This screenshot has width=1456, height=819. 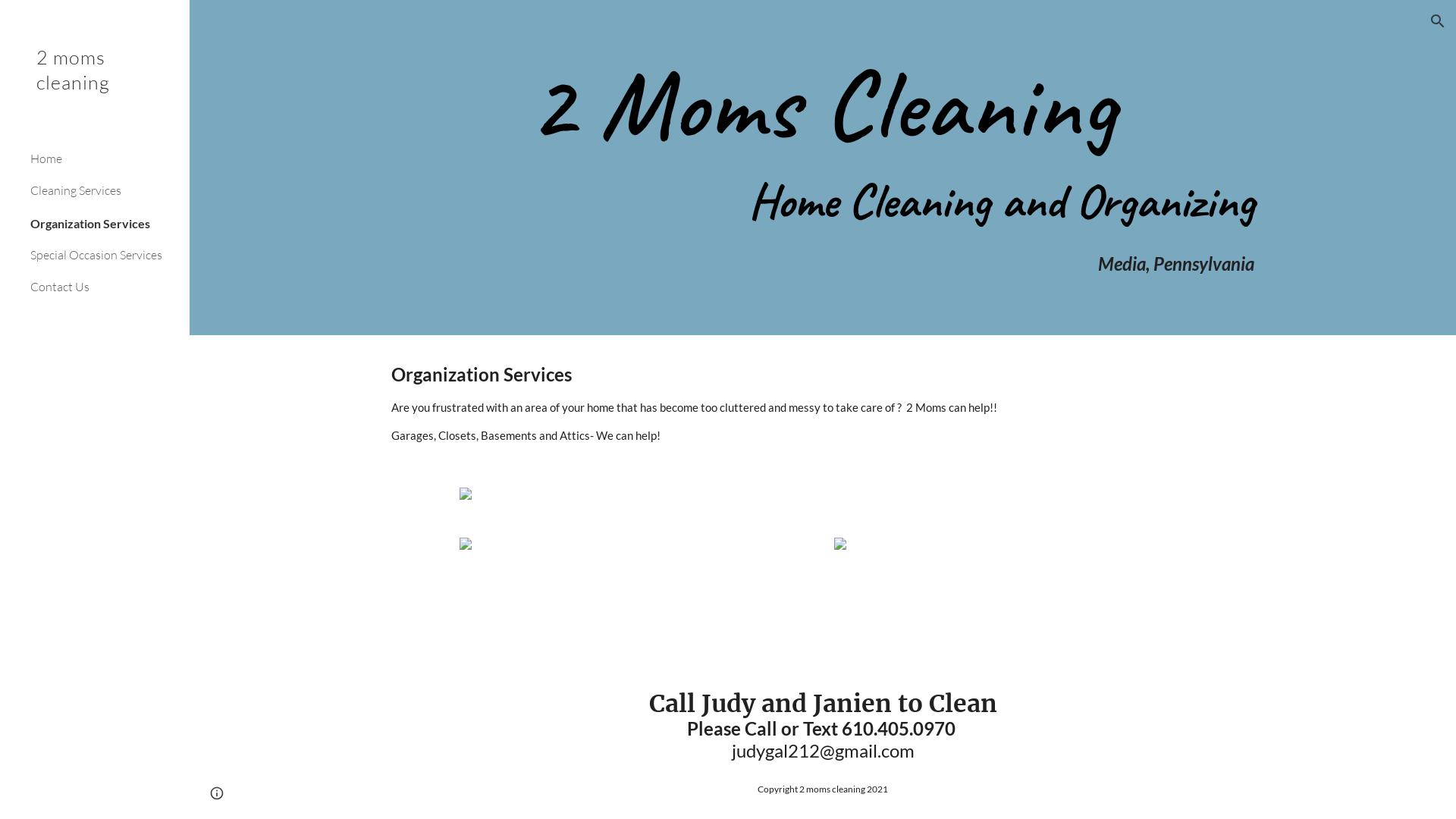 I want to click on 'judygal212@gmail.com', so click(x=821, y=749).